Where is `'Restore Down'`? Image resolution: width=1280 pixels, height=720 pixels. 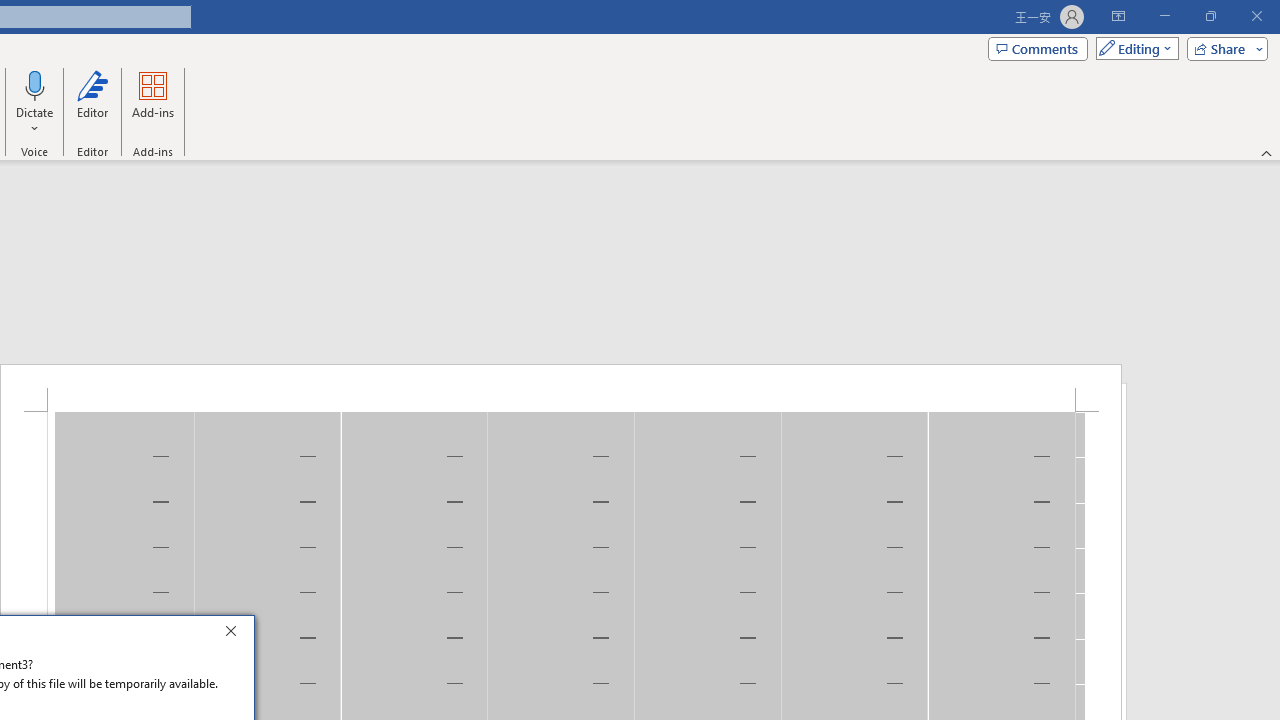 'Restore Down' is located at coordinates (1209, 16).